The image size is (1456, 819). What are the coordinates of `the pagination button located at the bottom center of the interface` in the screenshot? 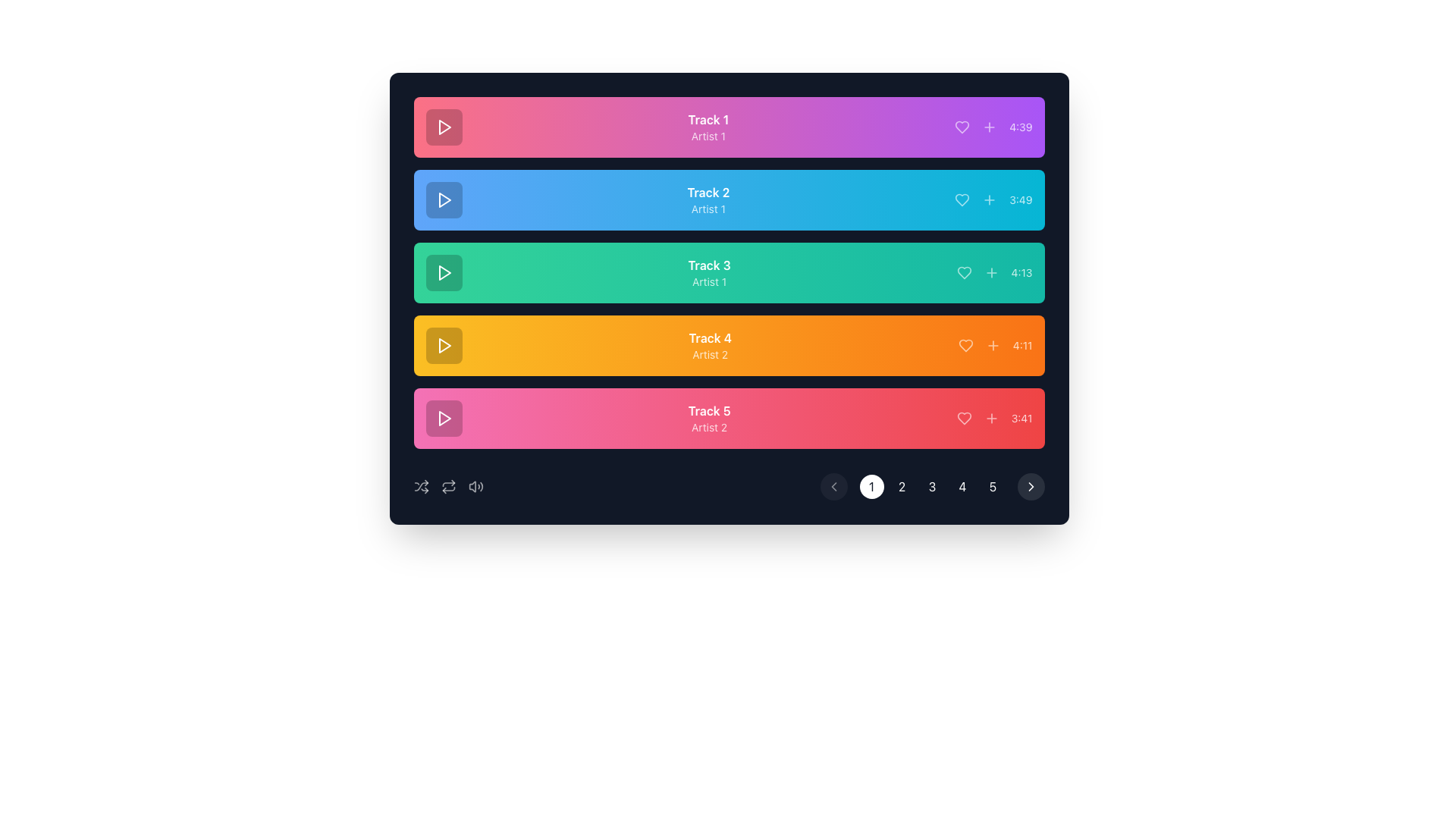 It's located at (902, 486).